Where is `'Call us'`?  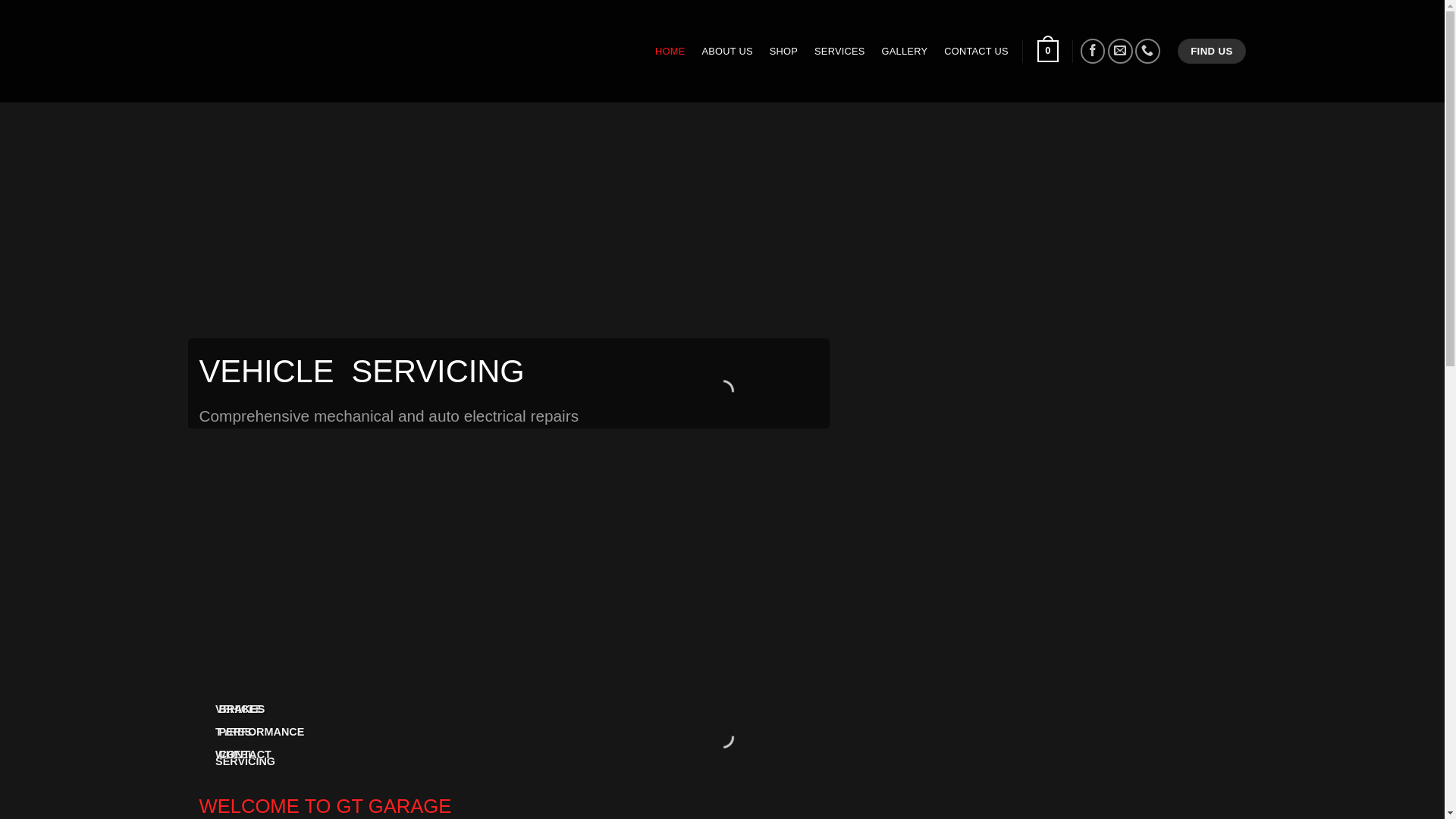 'Call us' is located at coordinates (1147, 50).